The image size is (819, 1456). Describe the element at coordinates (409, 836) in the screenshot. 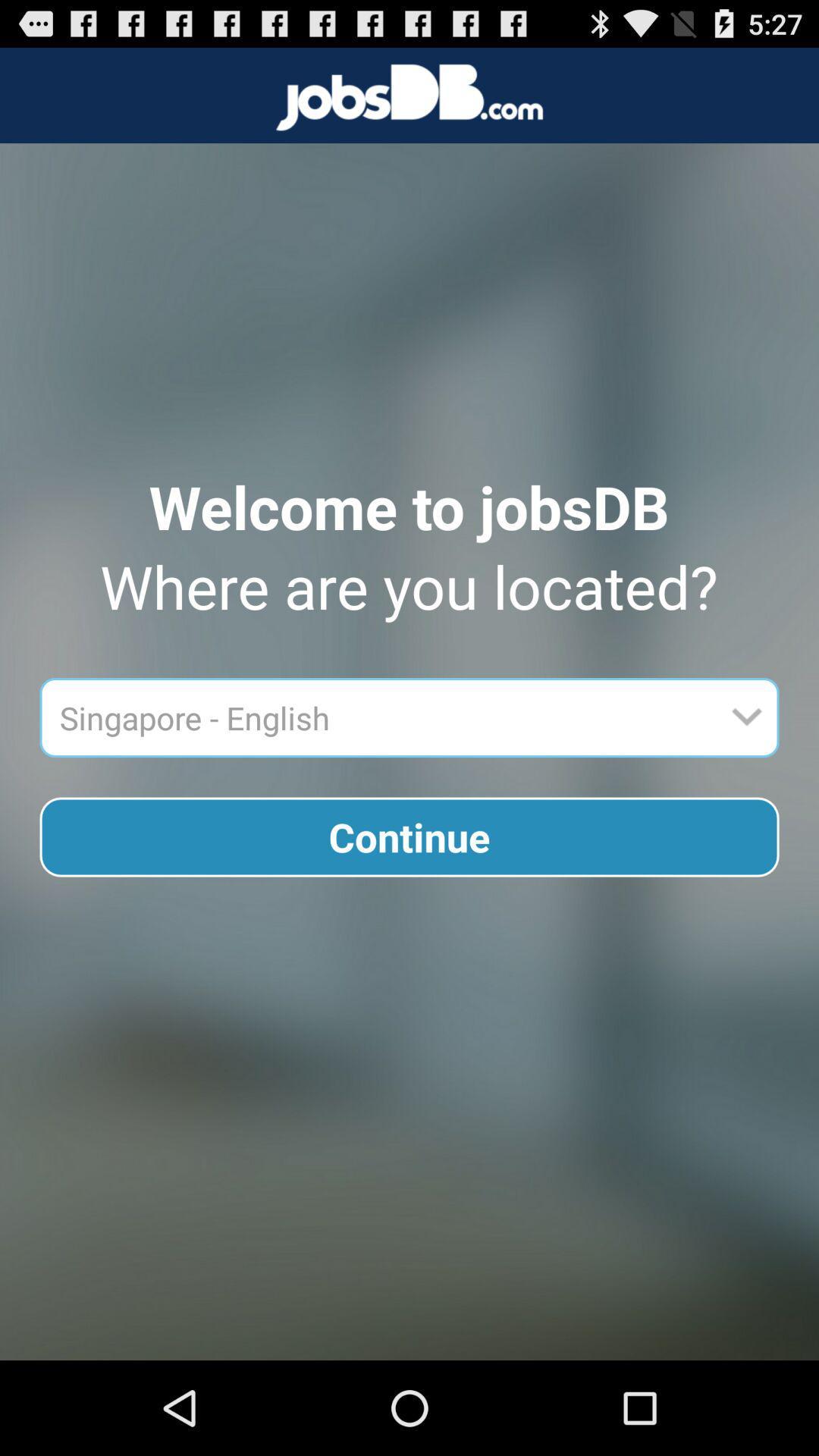

I see `the continue button` at that location.